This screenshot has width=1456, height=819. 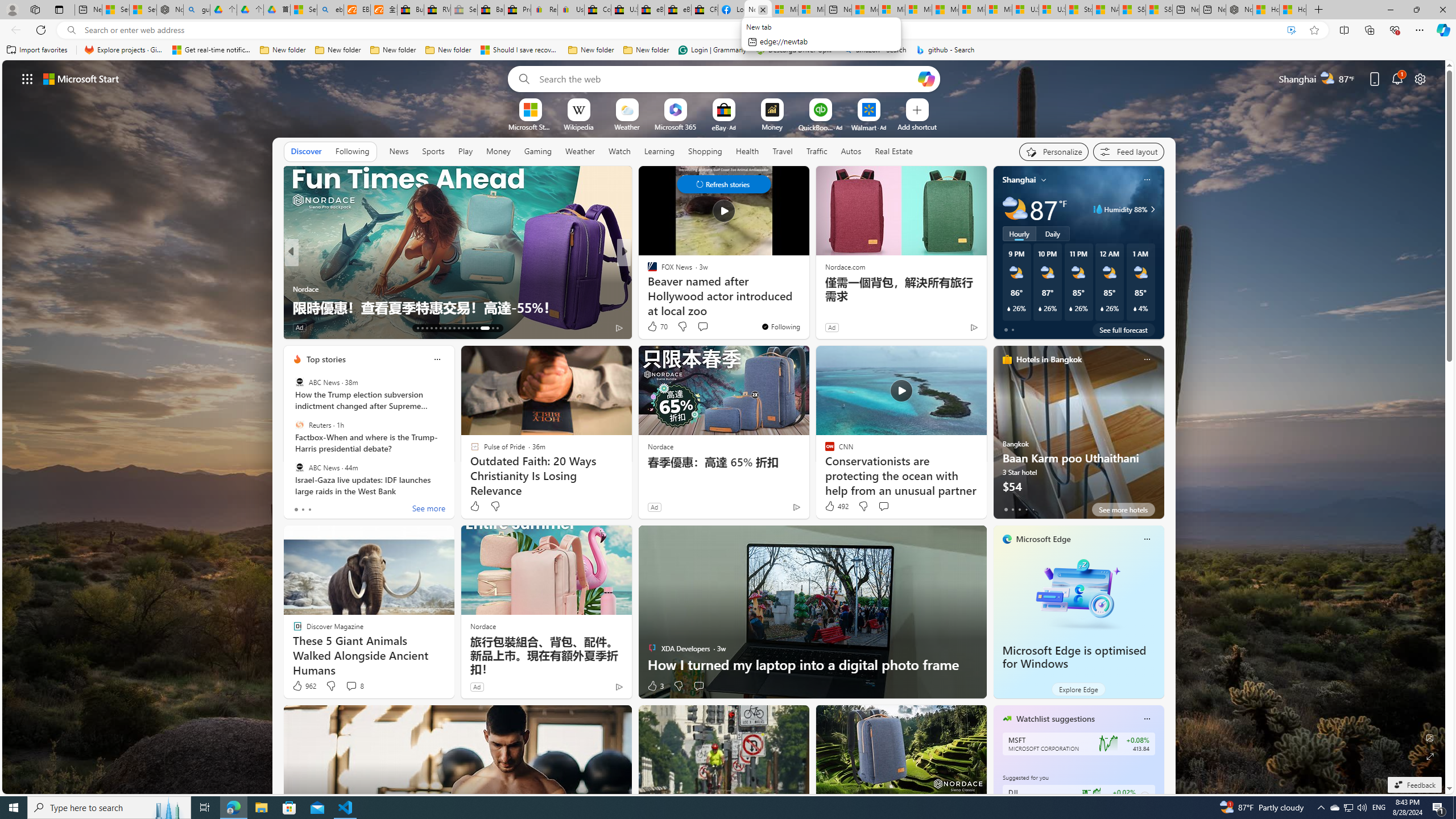 I want to click on 'Login | Grammarly', so click(x=712, y=49).